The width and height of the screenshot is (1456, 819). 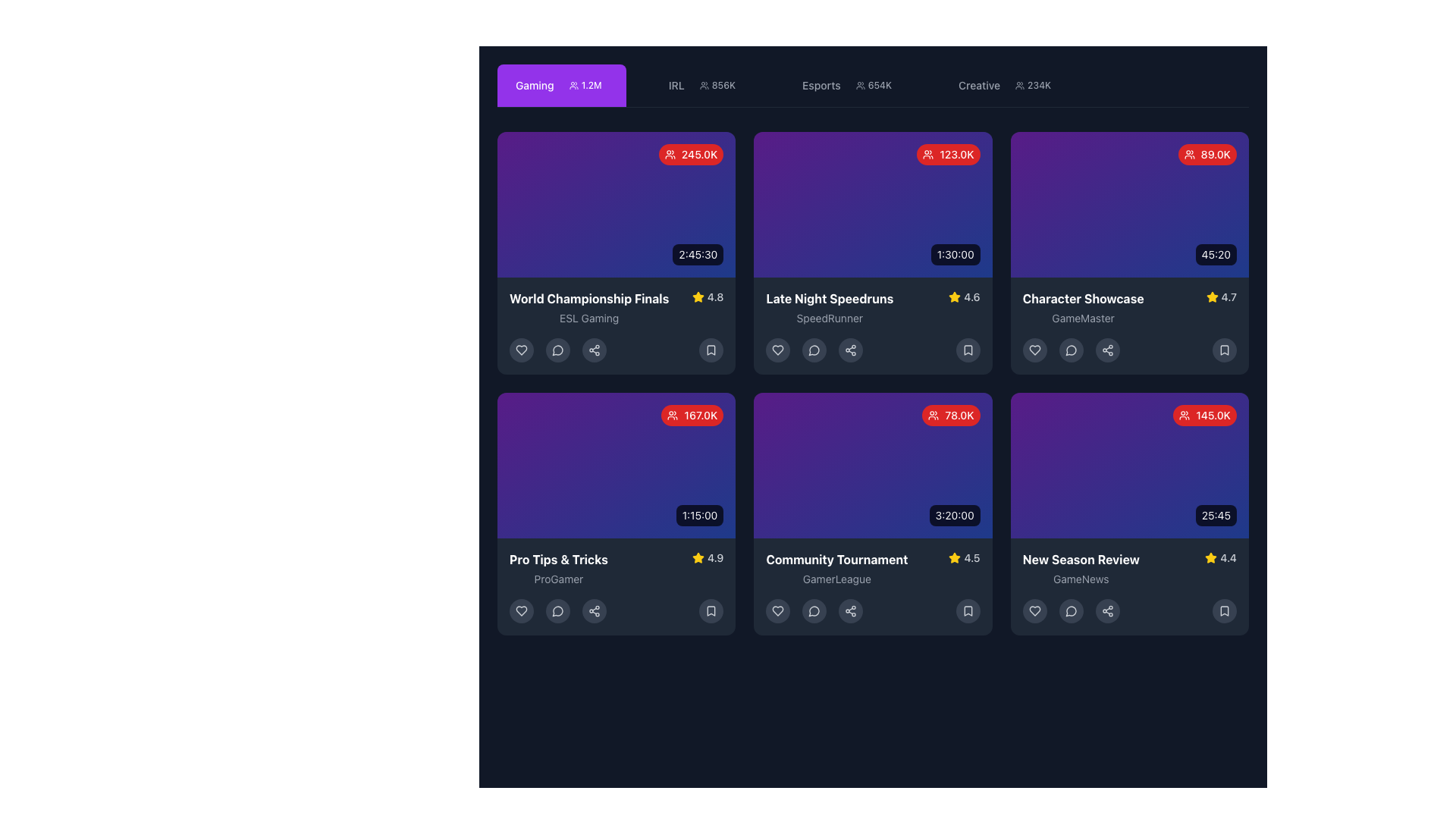 I want to click on the rating icon of the gaming content card titled 'Pro Tips & Tricks' by 'ProGamer', located in the bottom left quadrant of the layout, so click(x=617, y=568).